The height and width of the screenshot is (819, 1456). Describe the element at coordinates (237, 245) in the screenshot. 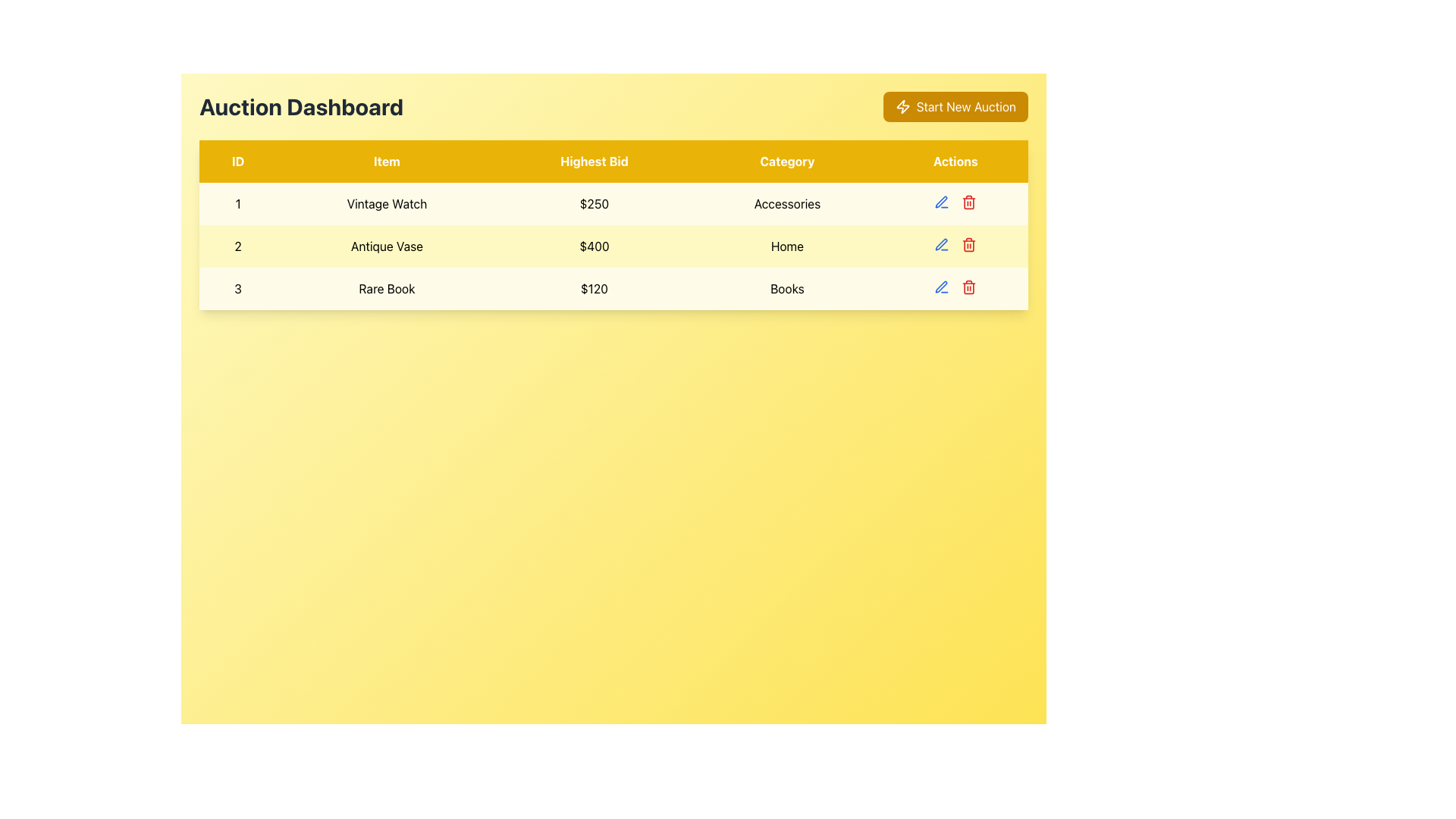

I see `the static text element displaying the ID value for the second item in the list, located in the leftmost cell of the second row under the 'ID' header` at that location.